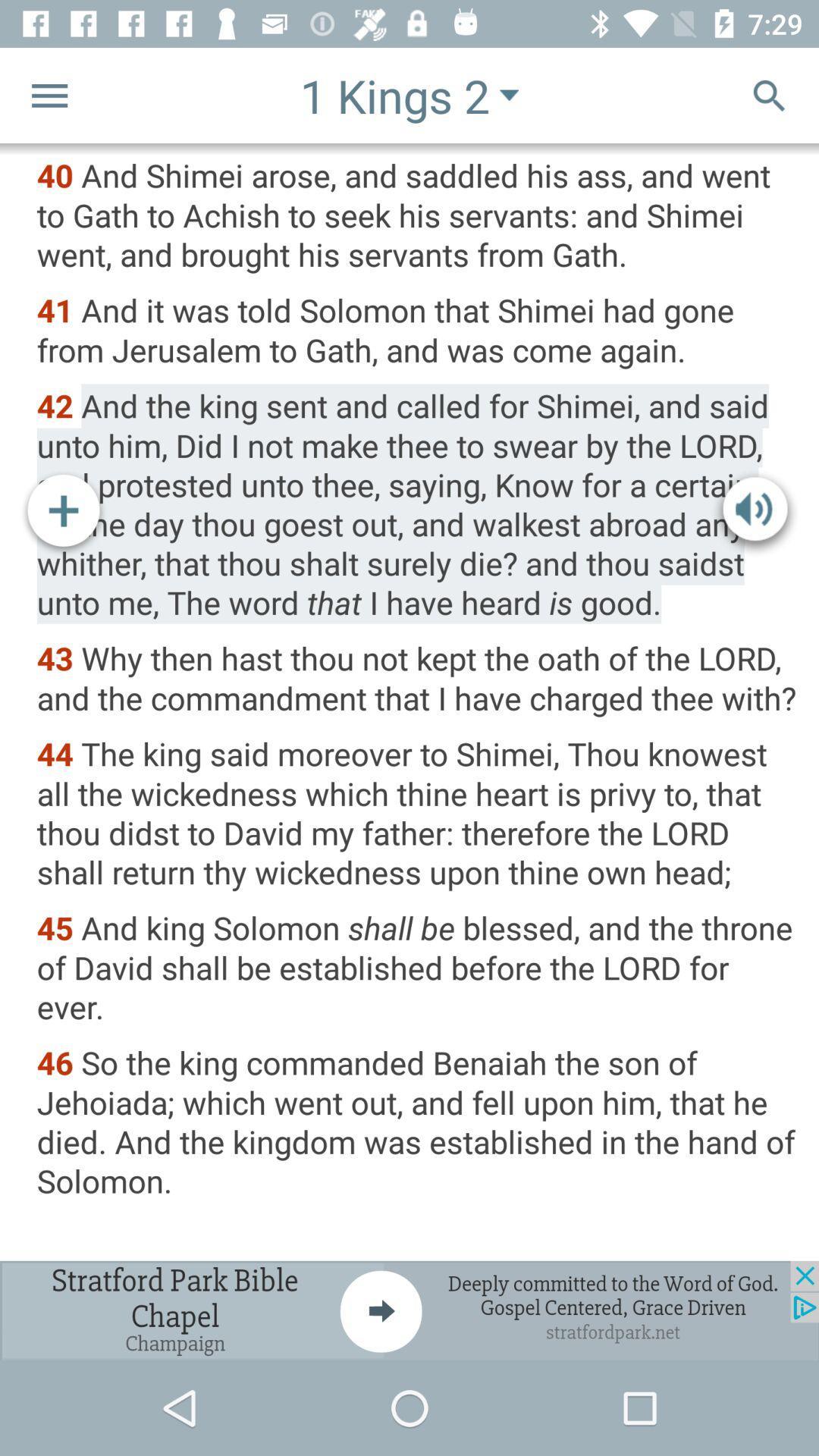  I want to click on next, so click(409, 1310).